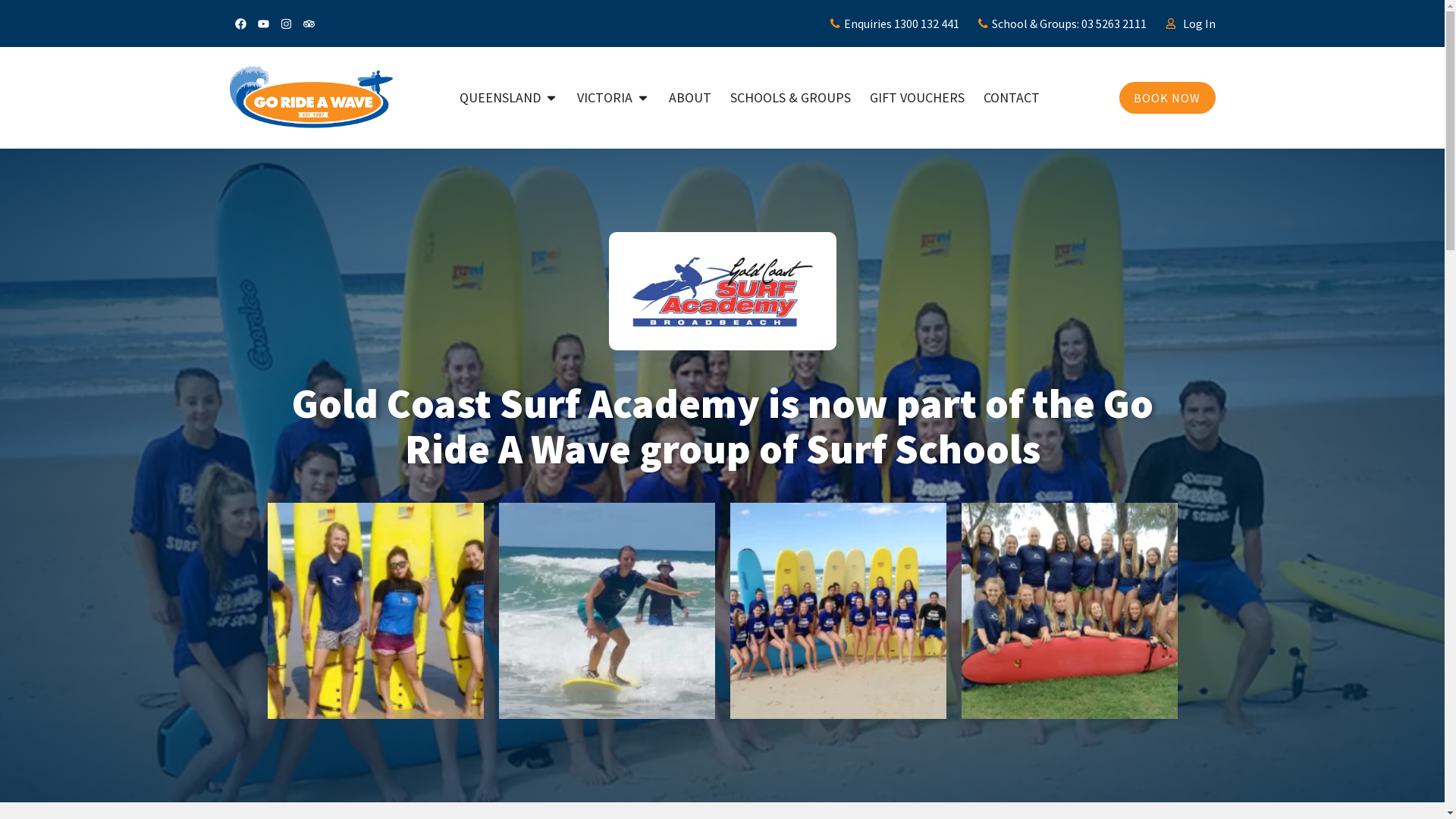  Describe the element at coordinates (1166, 97) in the screenshot. I see `'BOOK NOW'` at that location.